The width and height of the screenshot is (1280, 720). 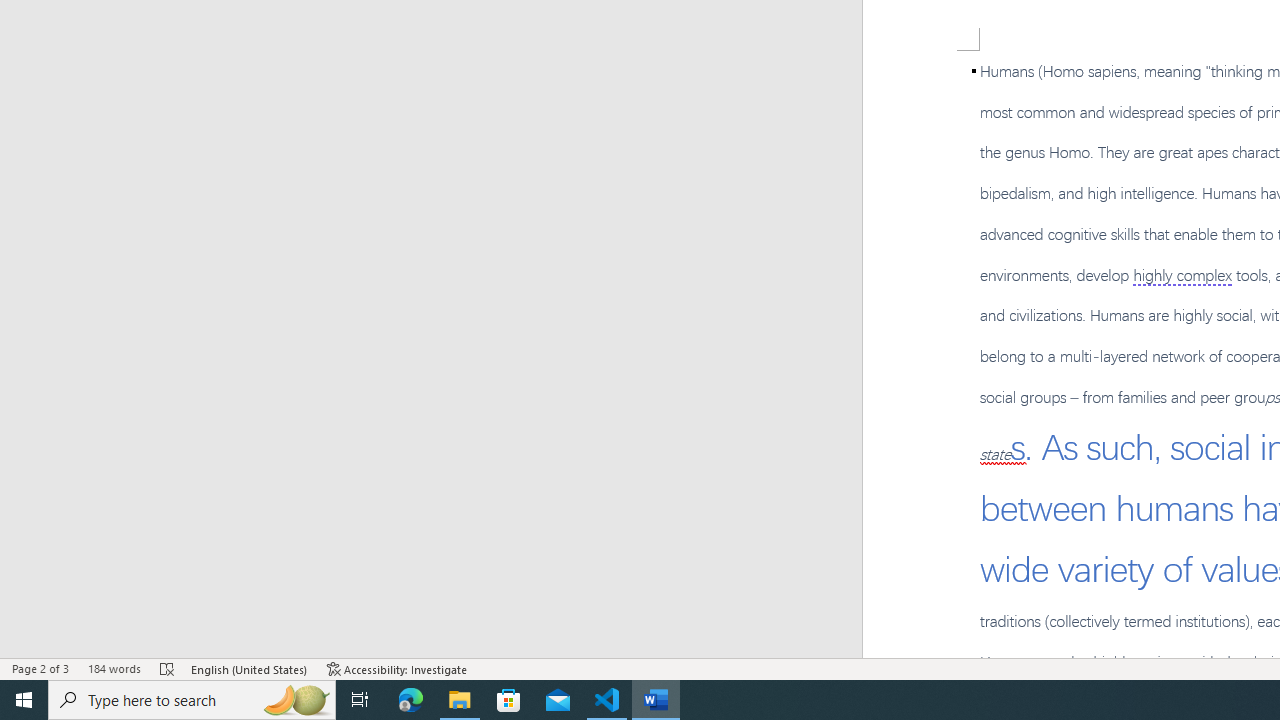 I want to click on 'Task View', so click(x=359, y=698).